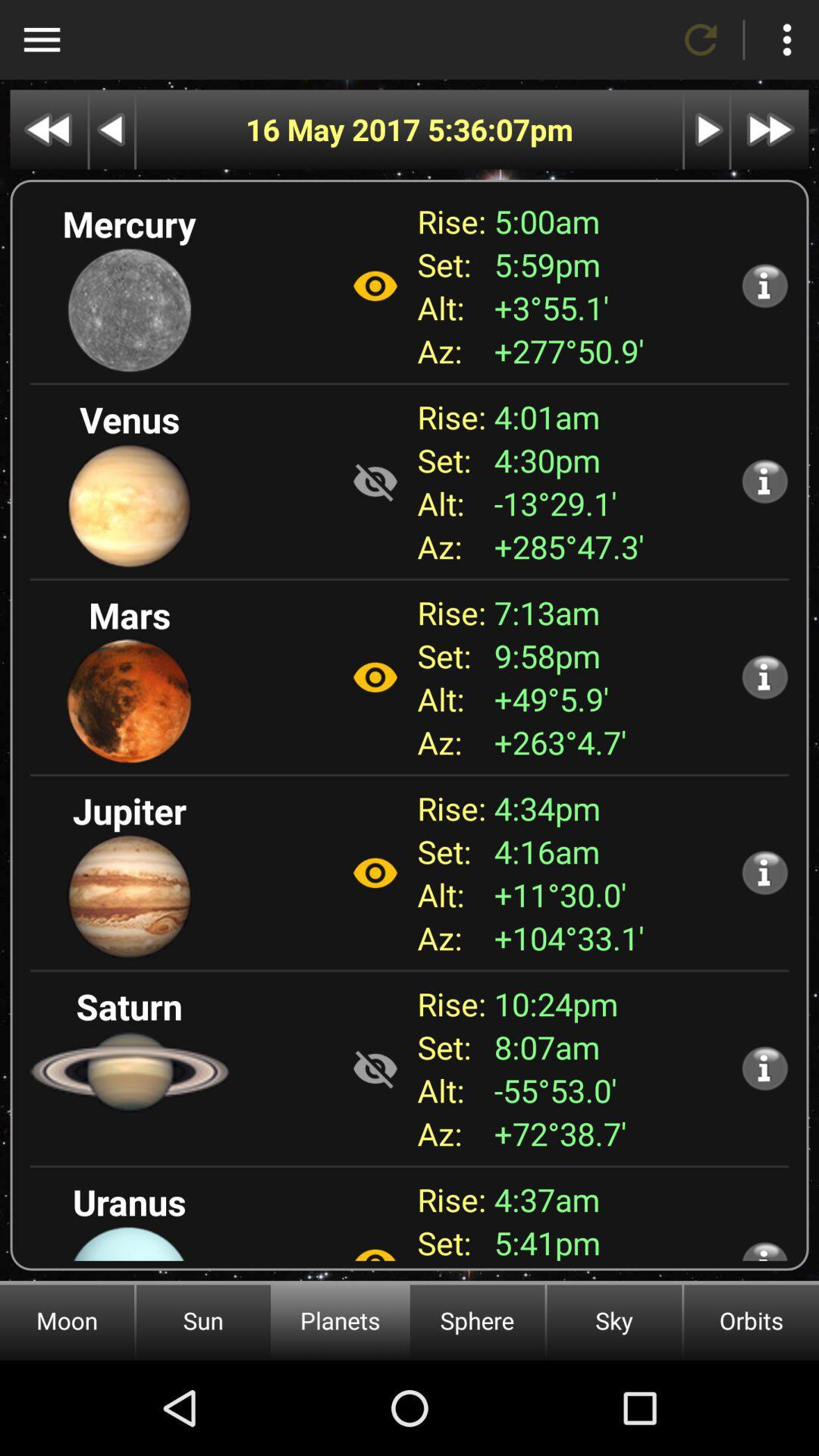 The height and width of the screenshot is (1456, 819). What do you see at coordinates (707, 130) in the screenshot?
I see `go next` at bounding box center [707, 130].